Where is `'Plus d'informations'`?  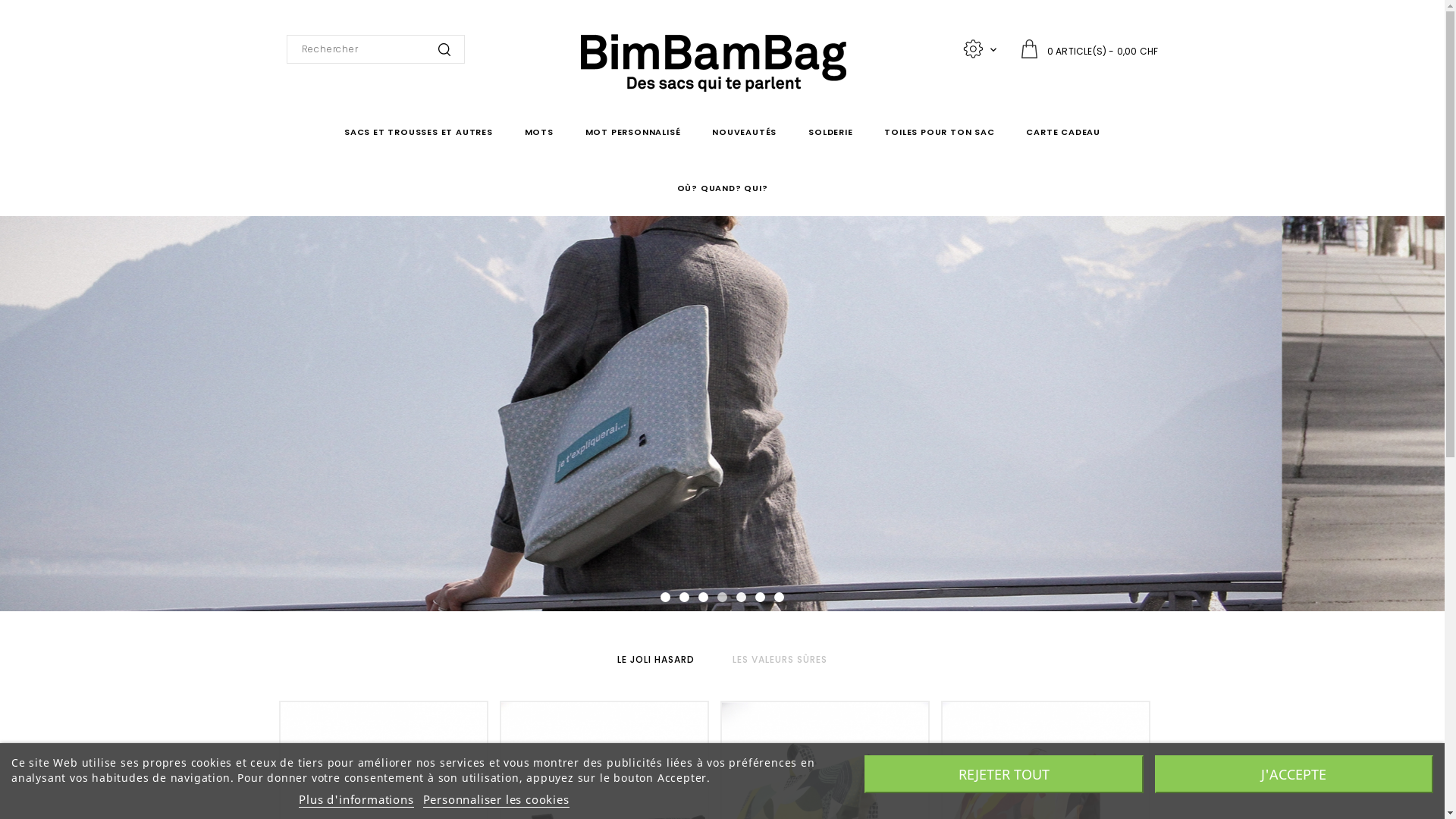
'Plus d'informations' is located at coordinates (355, 799).